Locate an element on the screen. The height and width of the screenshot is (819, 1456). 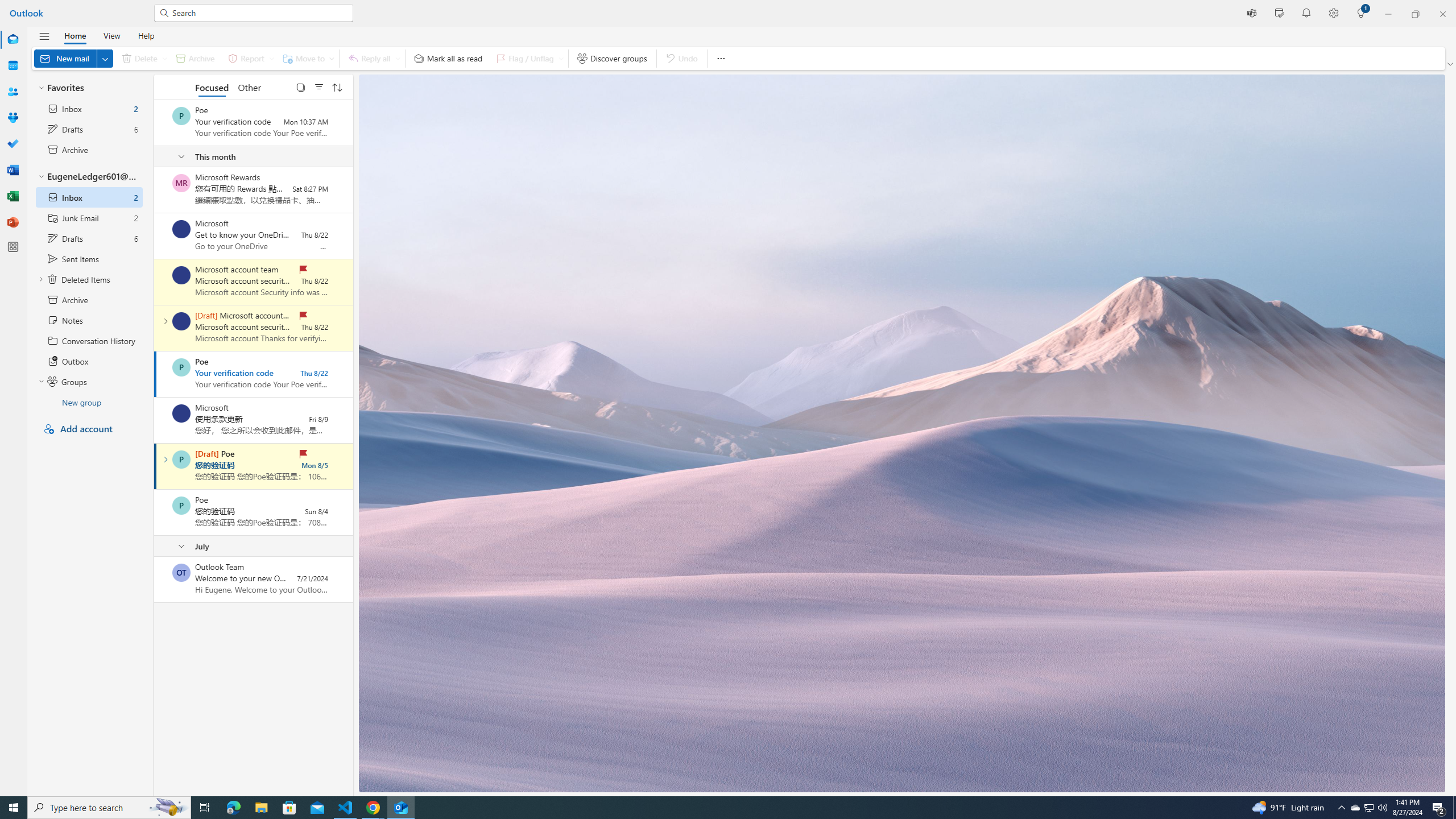
'Mail' is located at coordinates (13, 39).